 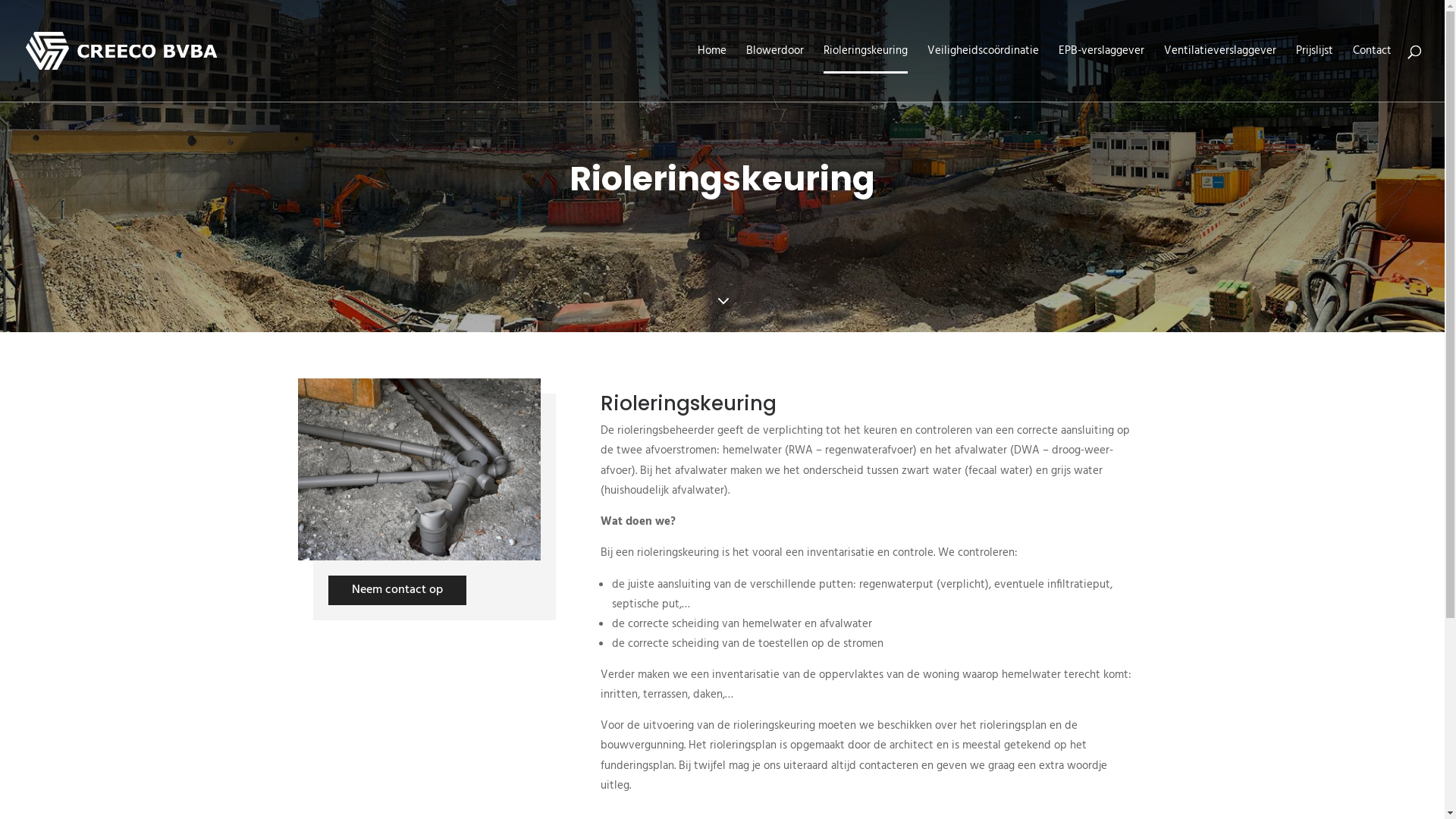 I want to click on 'Prijslijst', so click(x=1313, y=73).